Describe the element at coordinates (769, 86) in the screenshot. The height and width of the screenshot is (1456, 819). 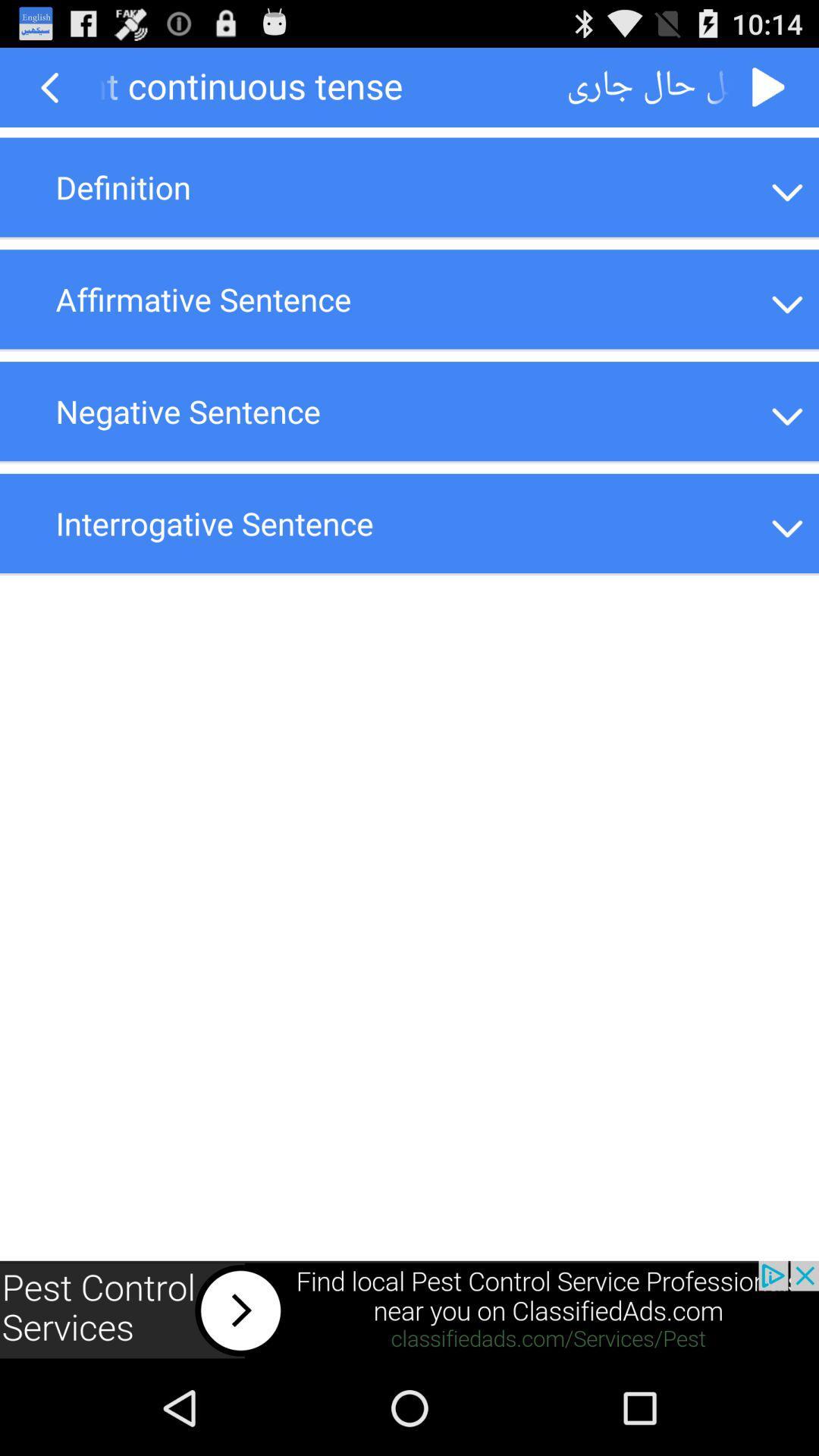
I see `advance forward` at that location.